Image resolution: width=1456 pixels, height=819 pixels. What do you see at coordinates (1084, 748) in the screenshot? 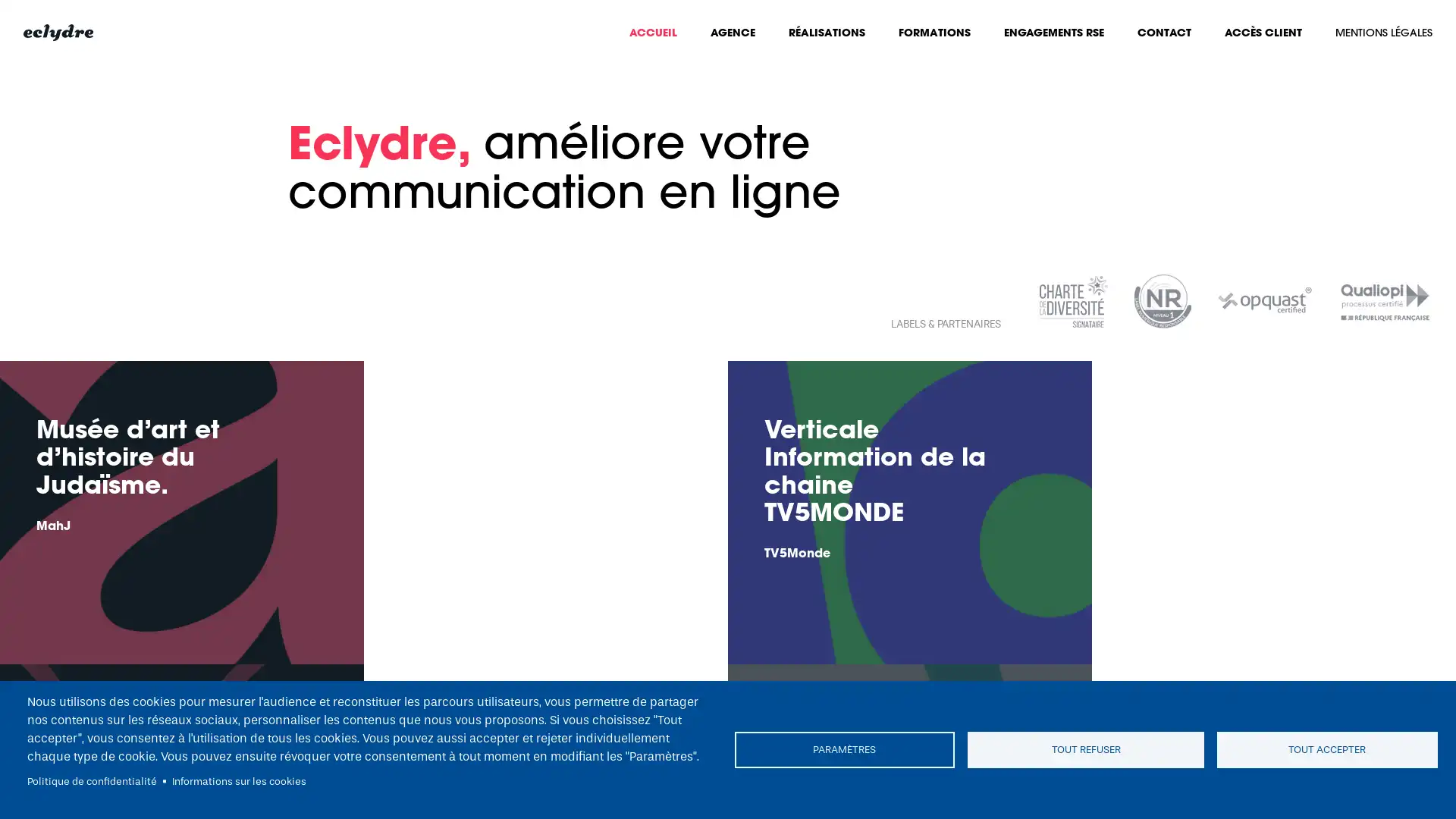
I see `TOUT REFUSER` at bounding box center [1084, 748].